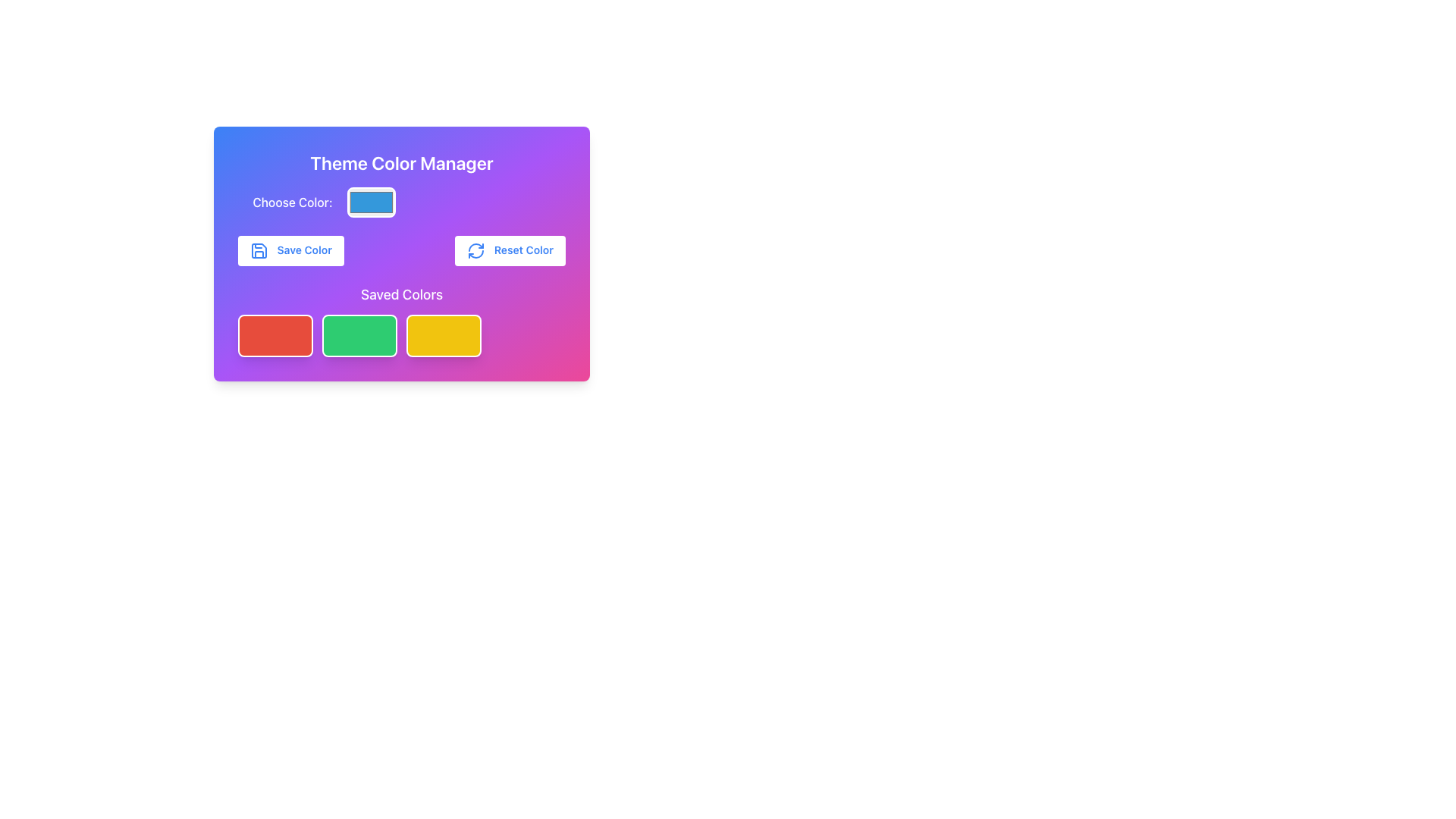 The image size is (1456, 819). Describe the element at coordinates (475, 250) in the screenshot. I see `the circular, arrow-like icon inside the 'Reset Color' button` at that location.